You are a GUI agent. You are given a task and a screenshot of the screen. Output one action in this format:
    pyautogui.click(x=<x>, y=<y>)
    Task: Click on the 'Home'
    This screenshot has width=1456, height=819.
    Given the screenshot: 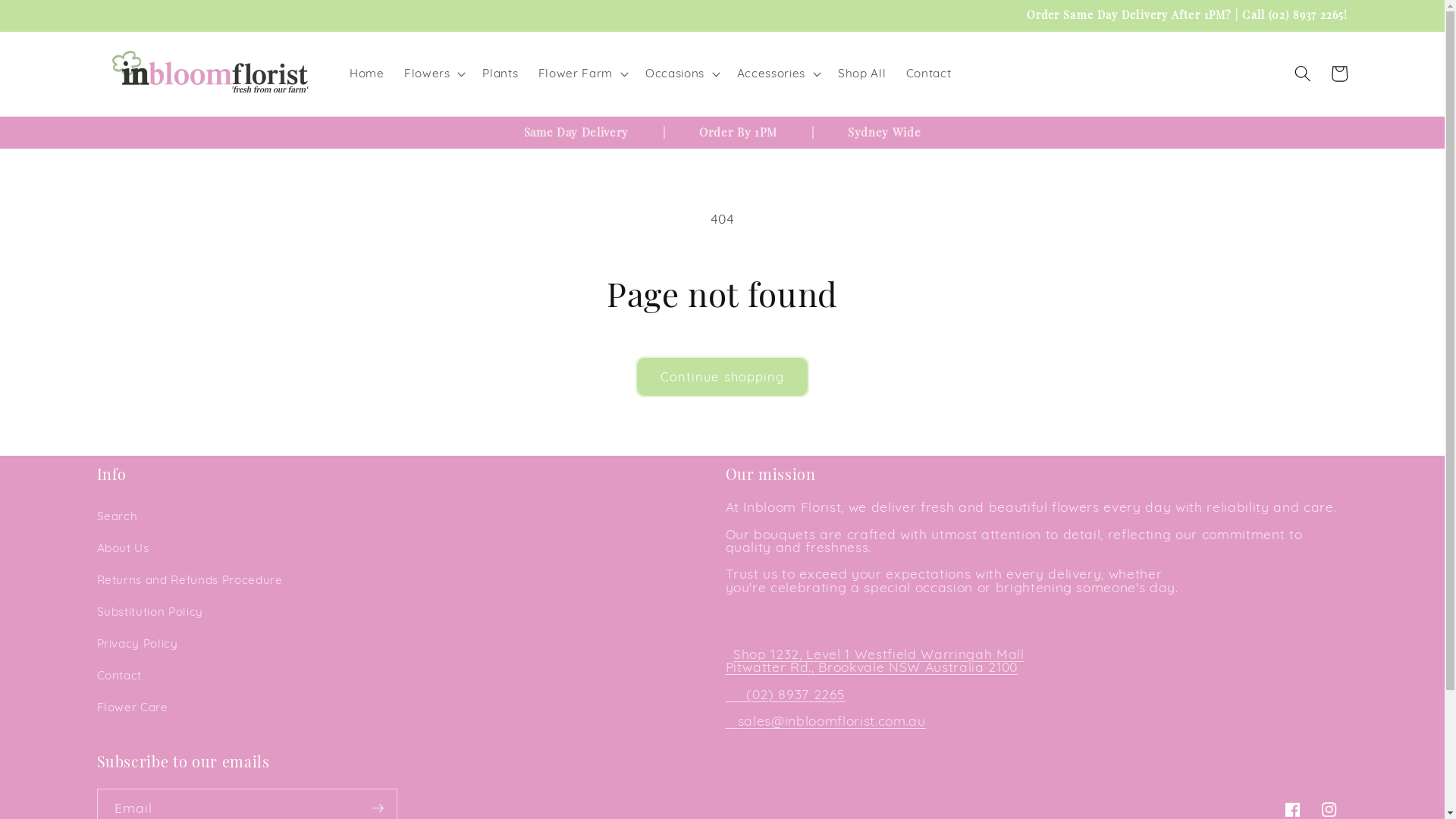 What is the action you would take?
    pyautogui.click(x=367, y=73)
    